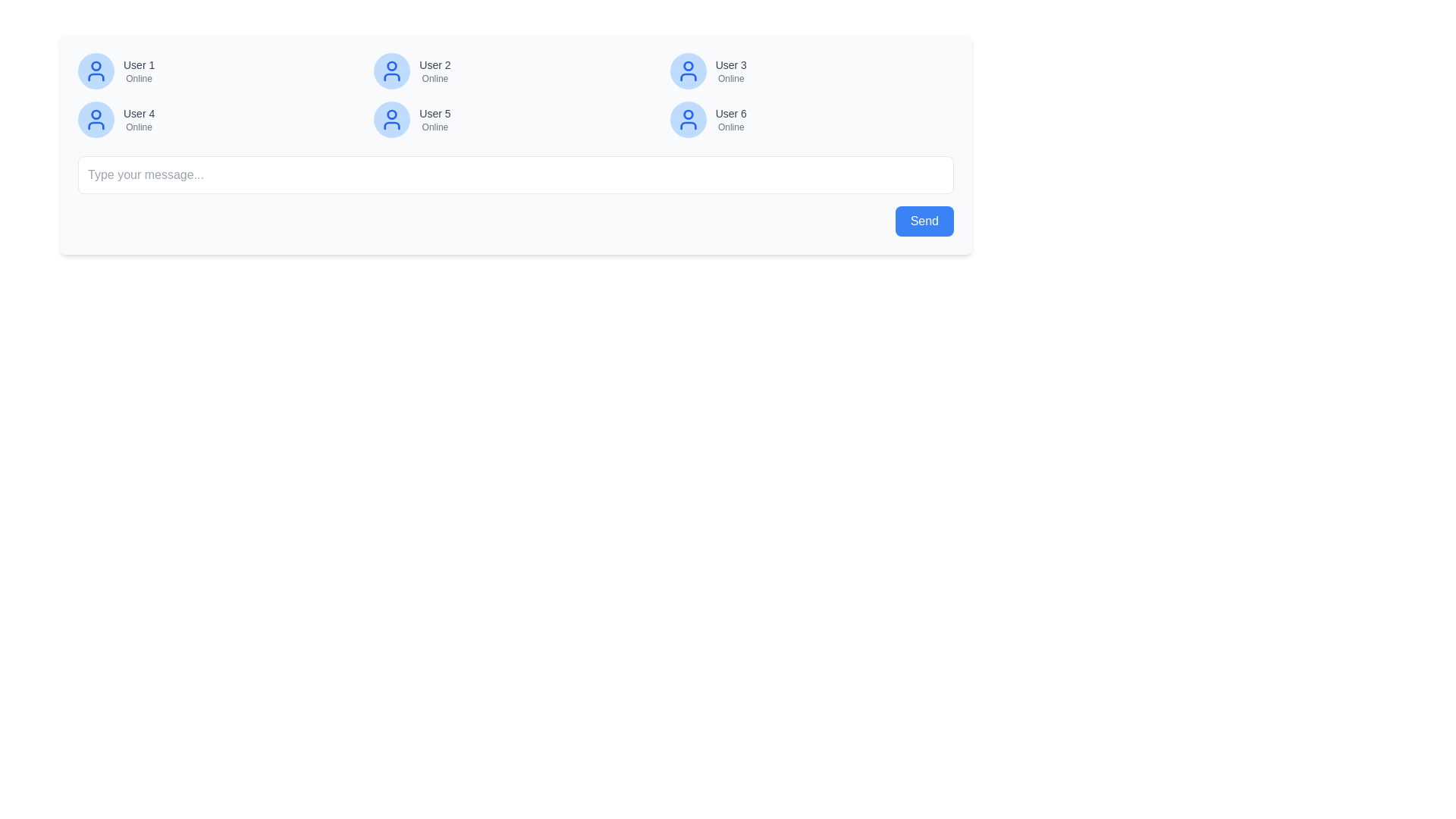  Describe the element at coordinates (139, 64) in the screenshot. I see `the text label displaying 'User 1', which is styled in gray and located above another label reading 'Online'` at that location.